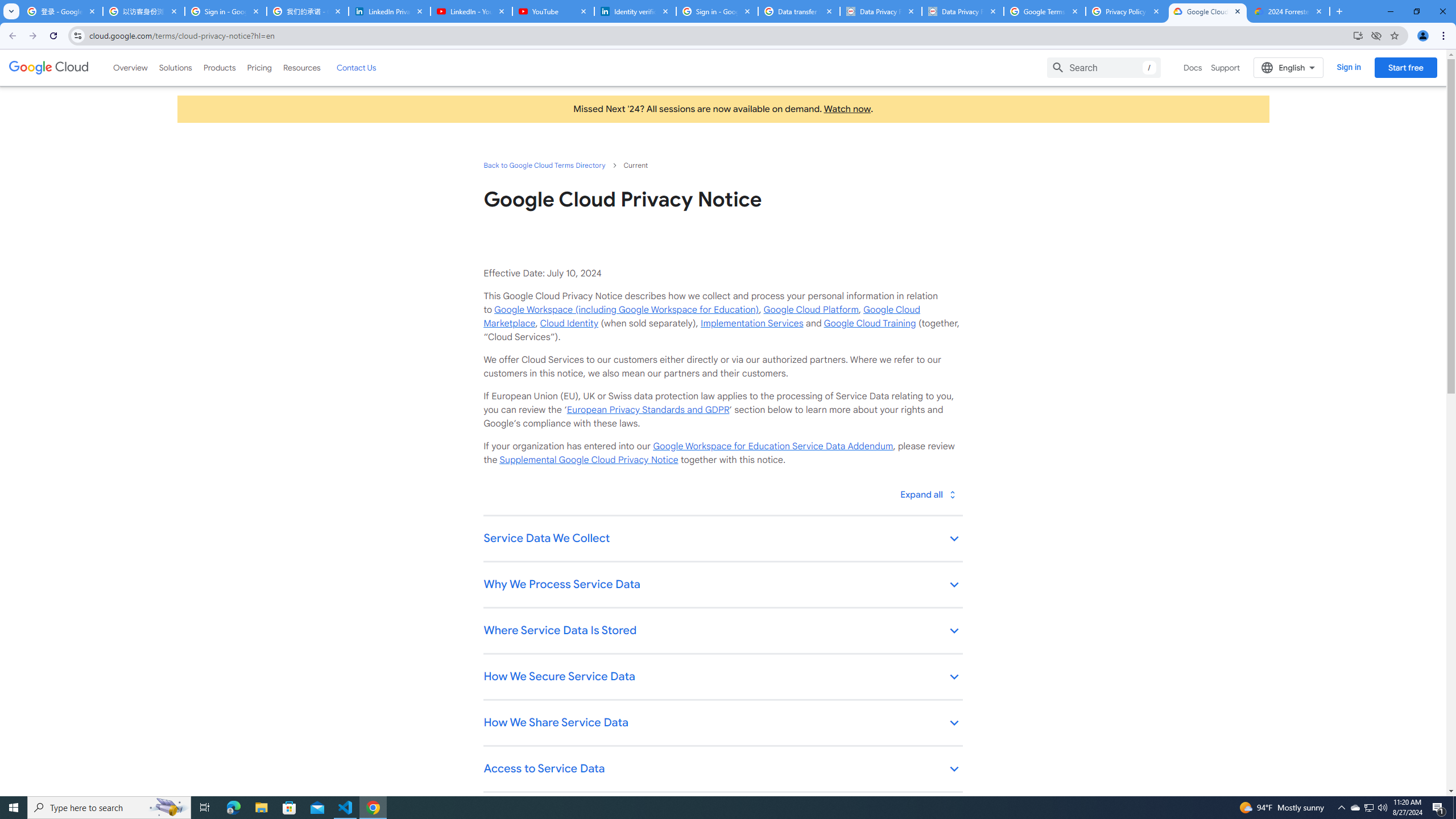 The height and width of the screenshot is (819, 1456). What do you see at coordinates (635, 11) in the screenshot?
I see `'Identity verification via Persona | LinkedIn Help'` at bounding box center [635, 11].